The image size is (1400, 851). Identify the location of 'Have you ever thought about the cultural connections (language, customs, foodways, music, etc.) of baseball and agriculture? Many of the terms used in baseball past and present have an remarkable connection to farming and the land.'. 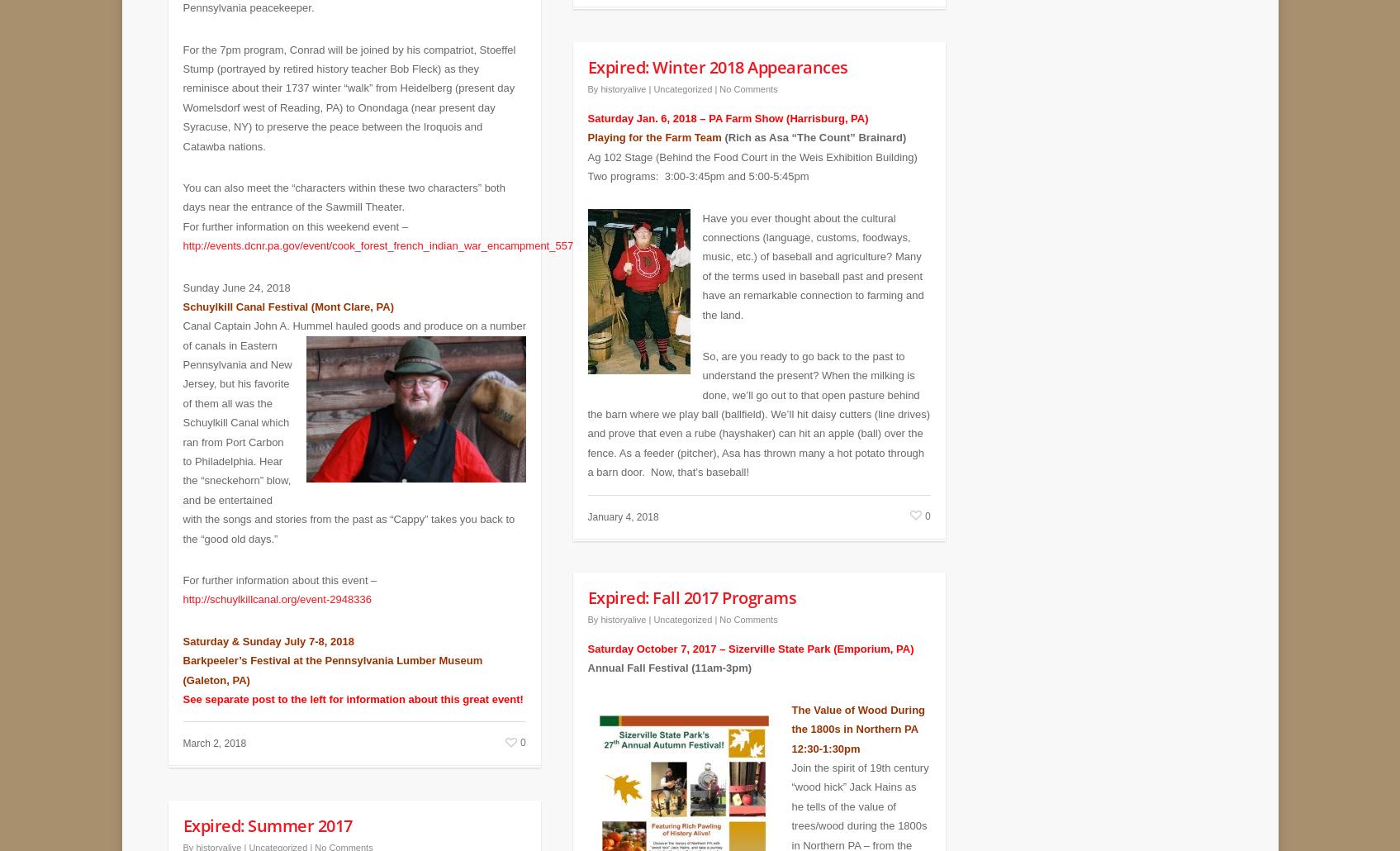
(811, 253).